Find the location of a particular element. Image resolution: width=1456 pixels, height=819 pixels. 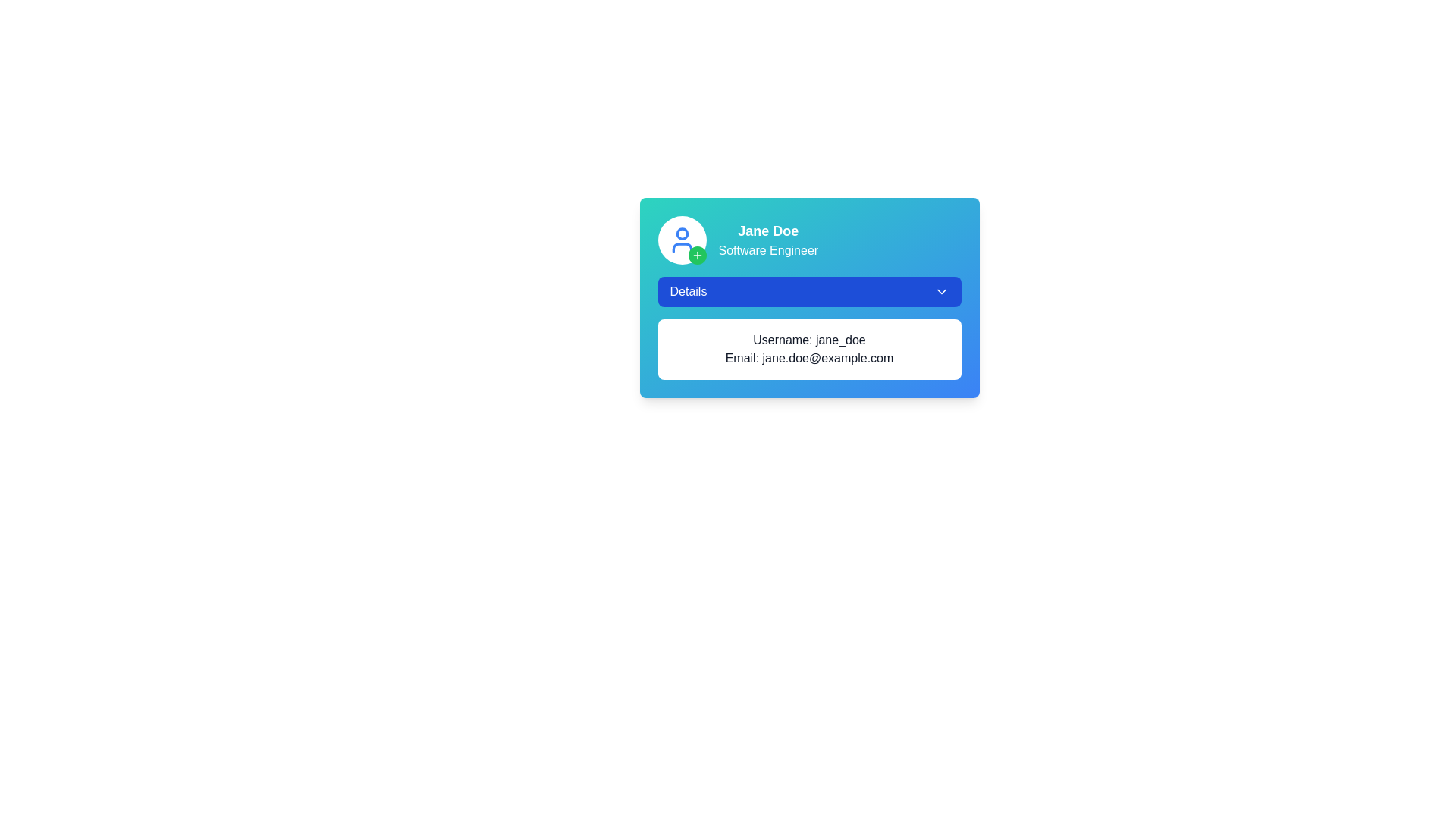

the downward-pointing chevron icon, which is styled with a thin outline in white on a blue background, located to the far right of the 'Details' button adjacent to the text 'Details' is located at coordinates (940, 292).